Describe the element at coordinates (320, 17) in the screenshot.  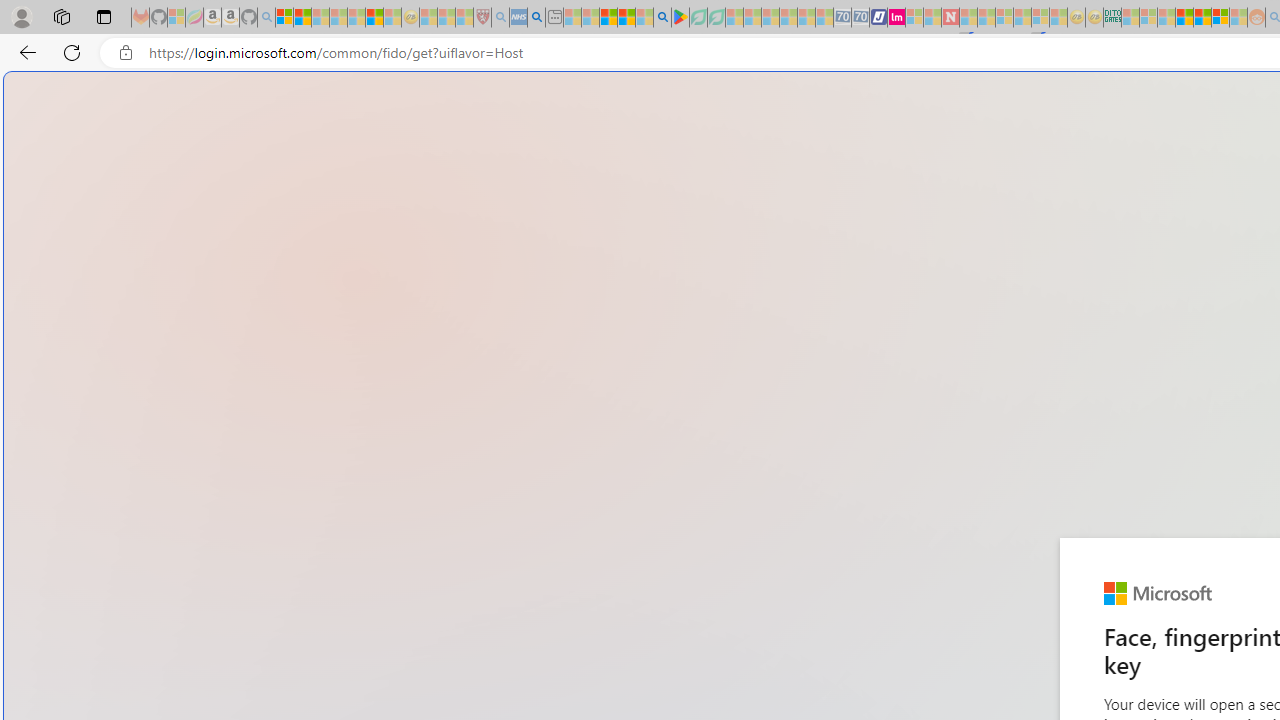
I see `'The Weather Channel - MSN - Sleeping'` at that location.